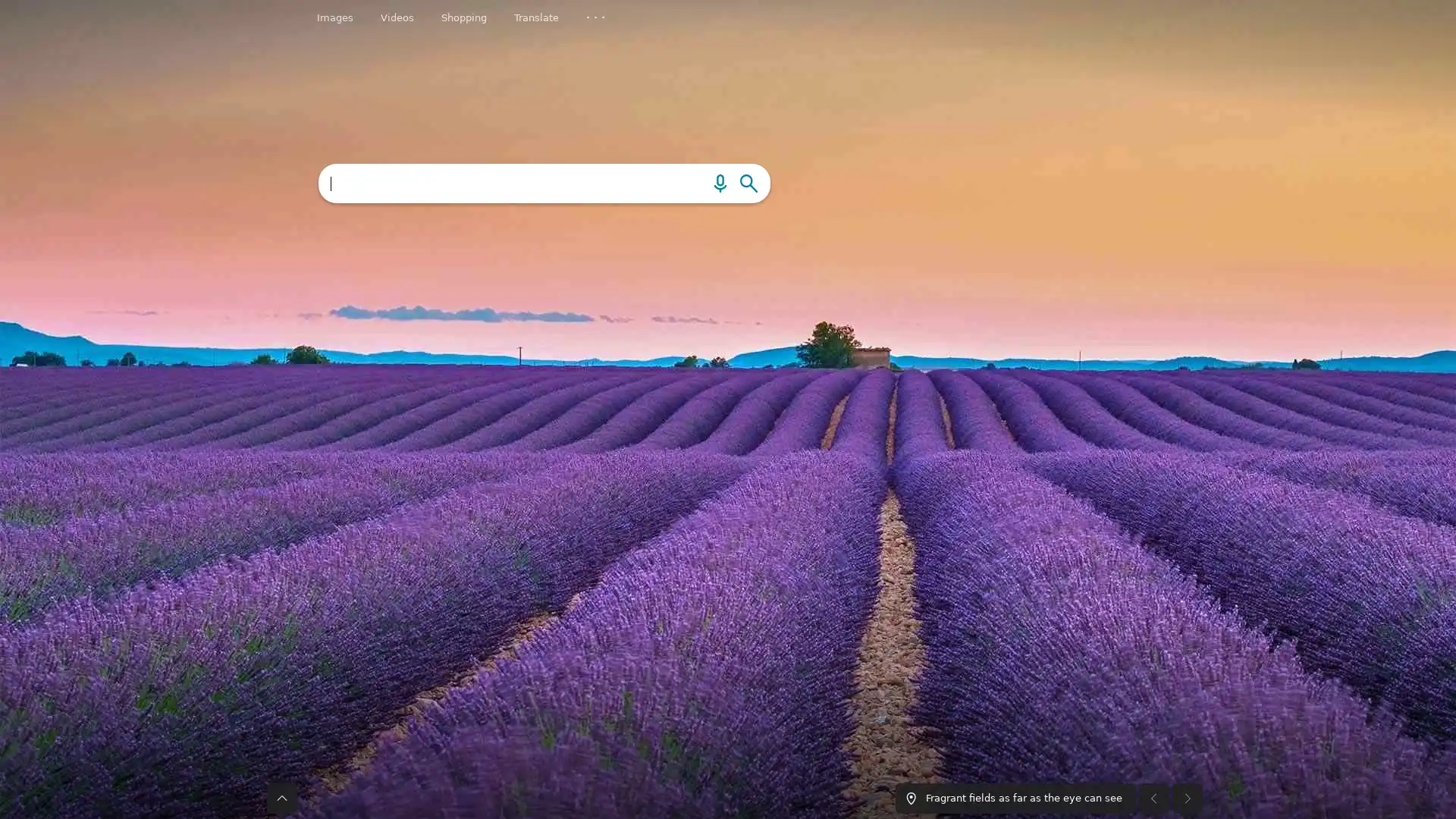 The height and width of the screenshot is (819, 1456). I want to click on Previous news, so click(232, 666).